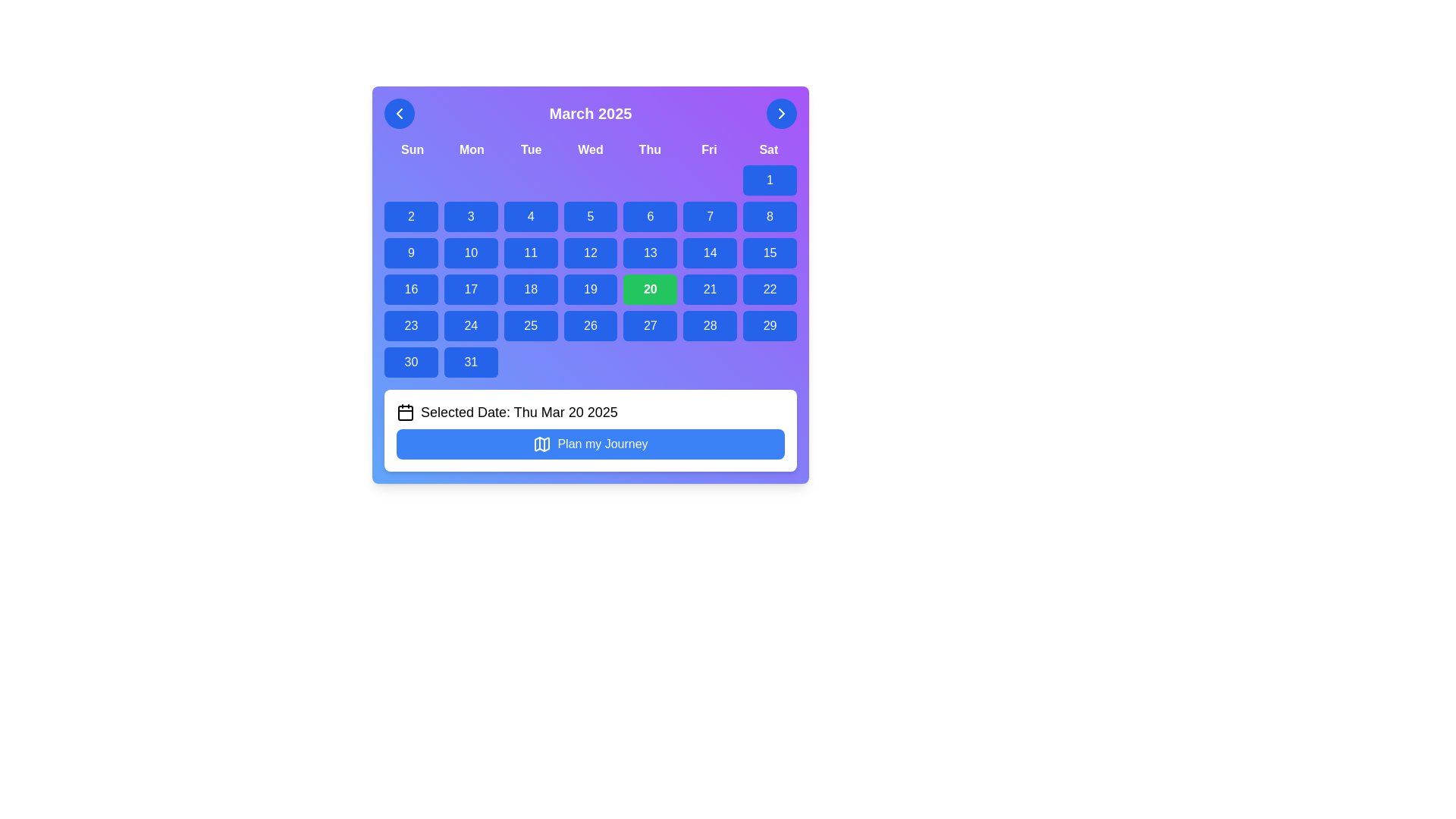 This screenshot has height=819, width=1456. What do you see at coordinates (650, 325) in the screenshot?
I see `the selectable date button in the calendar interface located in the sixth column of the fifth row` at bounding box center [650, 325].